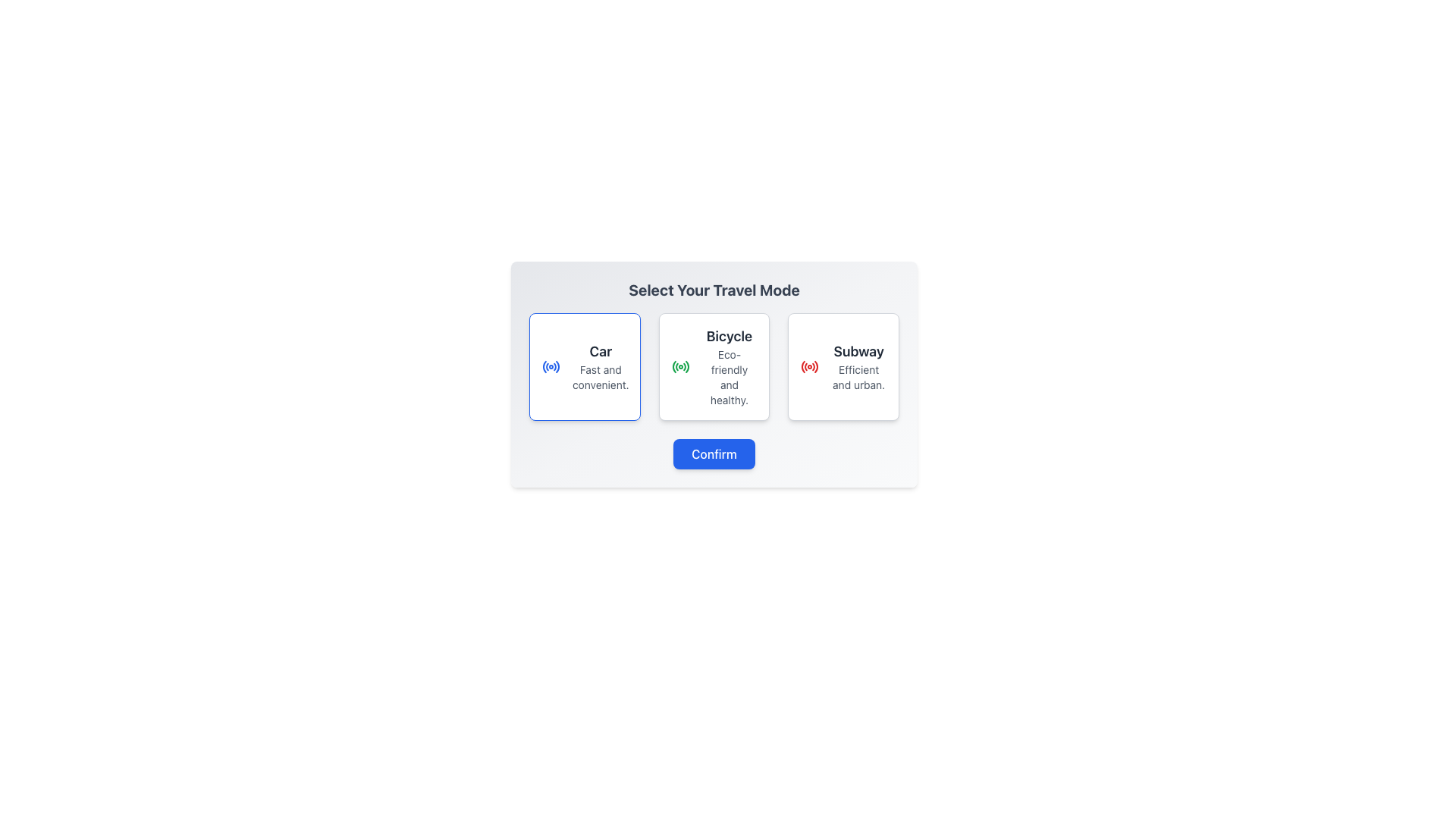 This screenshot has width=1456, height=819. What do you see at coordinates (600, 376) in the screenshot?
I see `the text label displaying 'Fast and convenient.' located at the bottom of the 'Car' card` at bounding box center [600, 376].